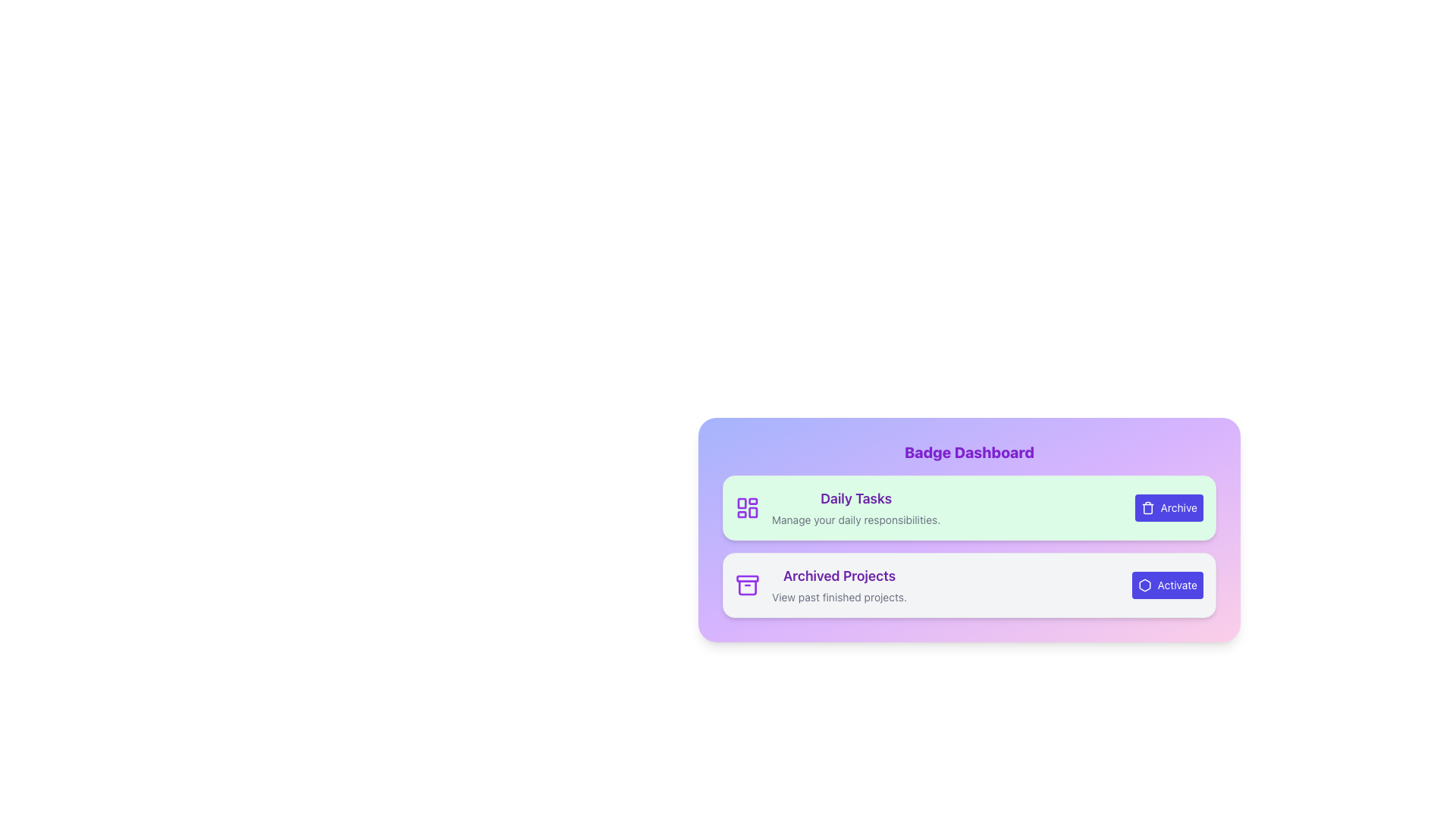 Image resolution: width=1456 pixels, height=819 pixels. What do you see at coordinates (821, 584) in the screenshot?
I see `information displayed in the 'Archived Projects' information block, which contains the title in purple and subtext in gray, located in the card interface below the 'Daily Tasks' card` at bounding box center [821, 584].